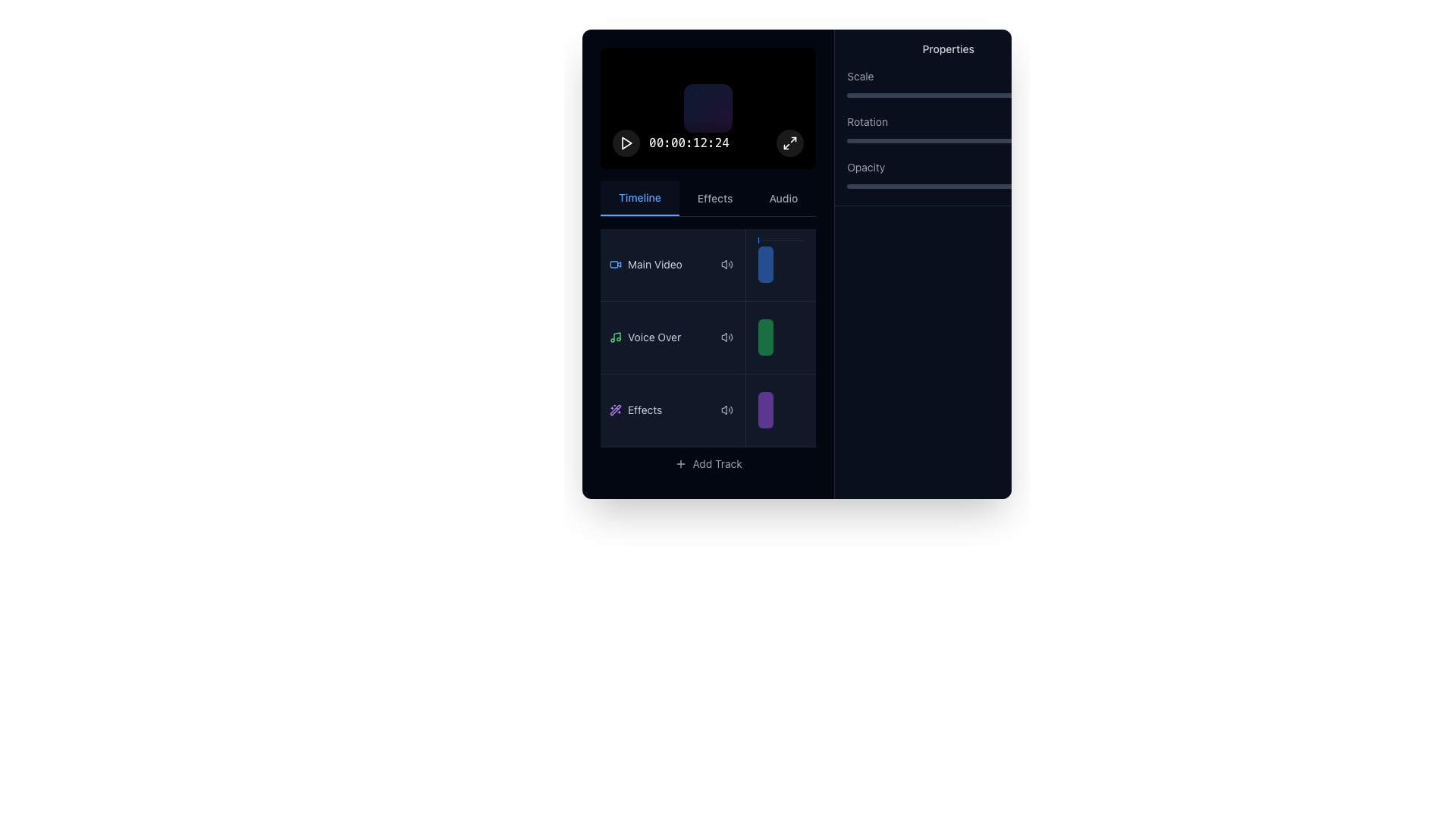 The height and width of the screenshot is (819, 1456). What do you see at coordinates (781, 337) in the screenshot?
I see `the handle located within the 'Voice Over' track` at bounding box center [781, 337].